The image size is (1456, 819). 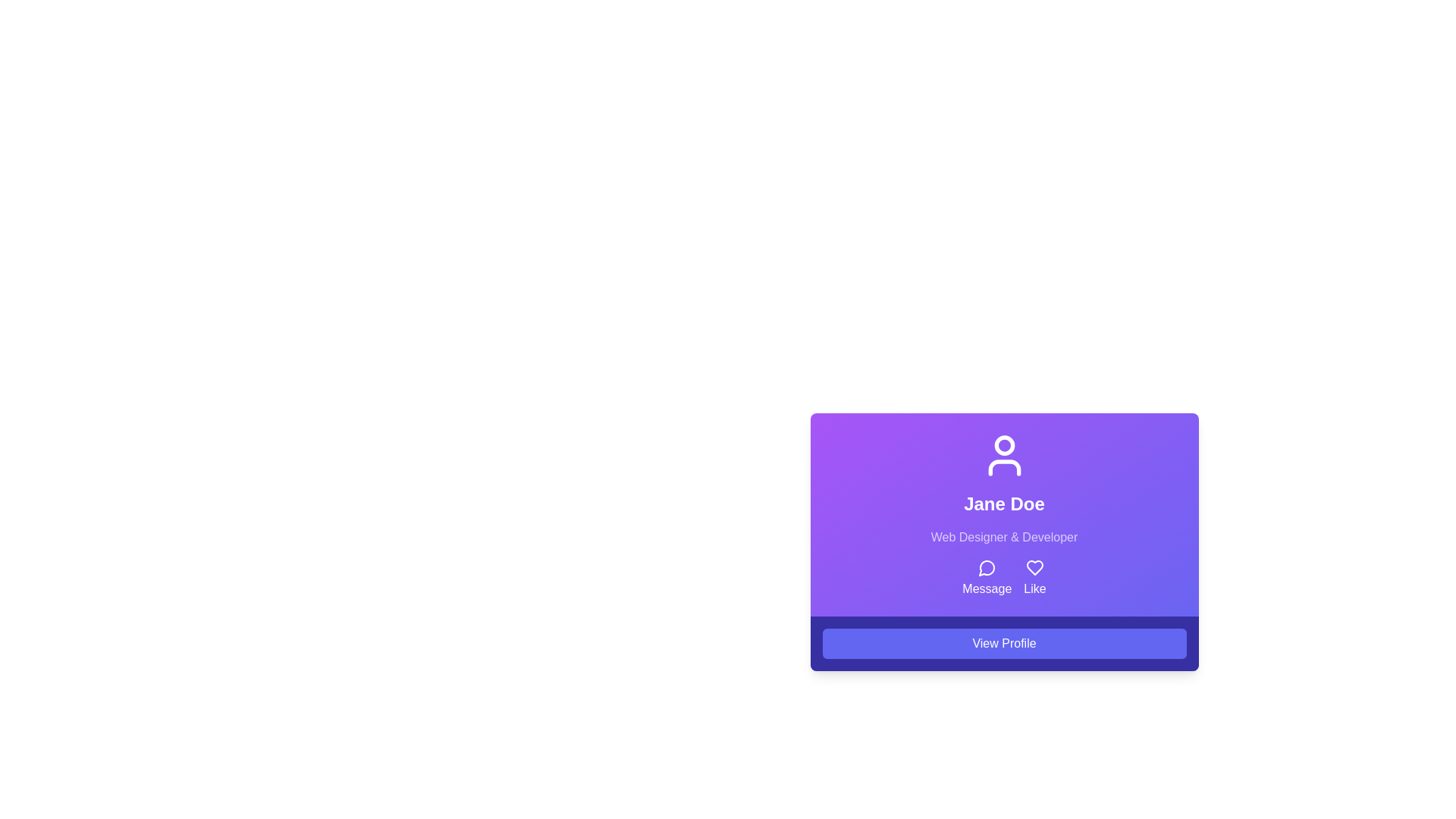 I want to click on the 'Message' button located in the interactive group at the bottom of the purple card layout, directly below 'Web Designer & Developer' and above 'View Profile.', so click(x=1004, y=579).